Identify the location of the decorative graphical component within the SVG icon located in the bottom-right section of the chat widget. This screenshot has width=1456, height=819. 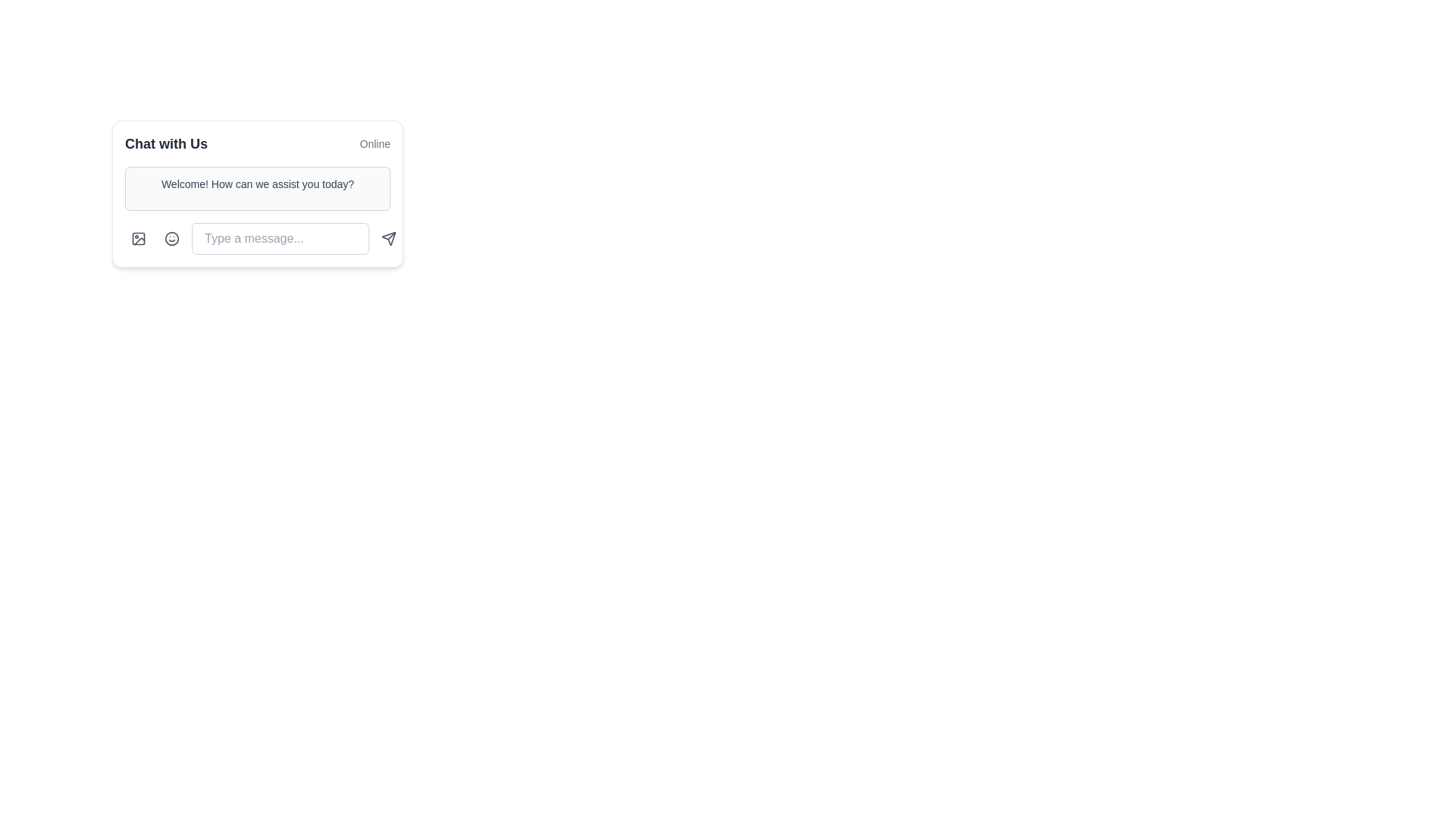
(138, 239).